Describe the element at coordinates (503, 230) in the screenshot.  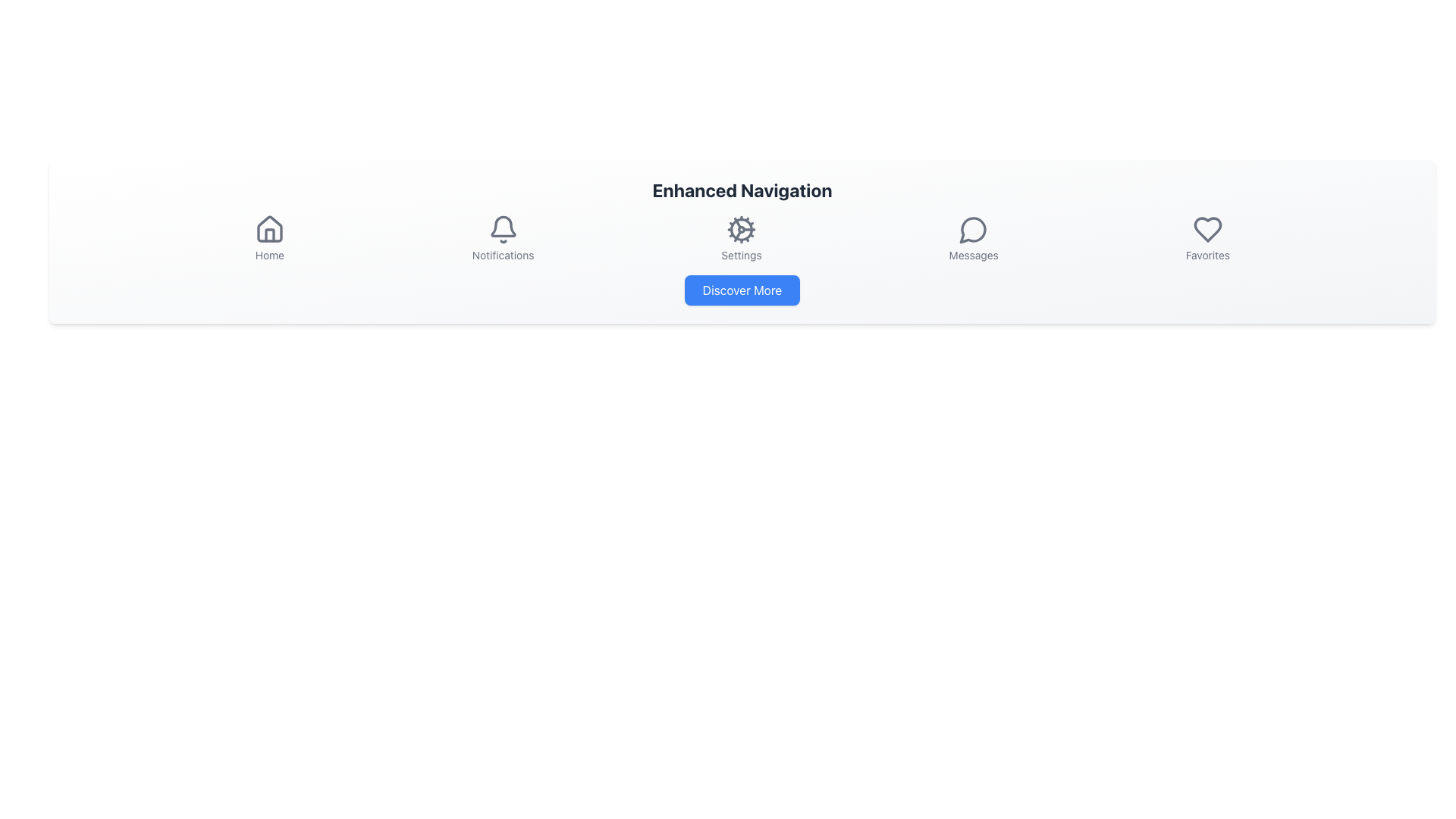
I see `the notification icon located in the navigation bar, which is the second element from the left, positioned between 'Home' and 'Settings'` at that location.